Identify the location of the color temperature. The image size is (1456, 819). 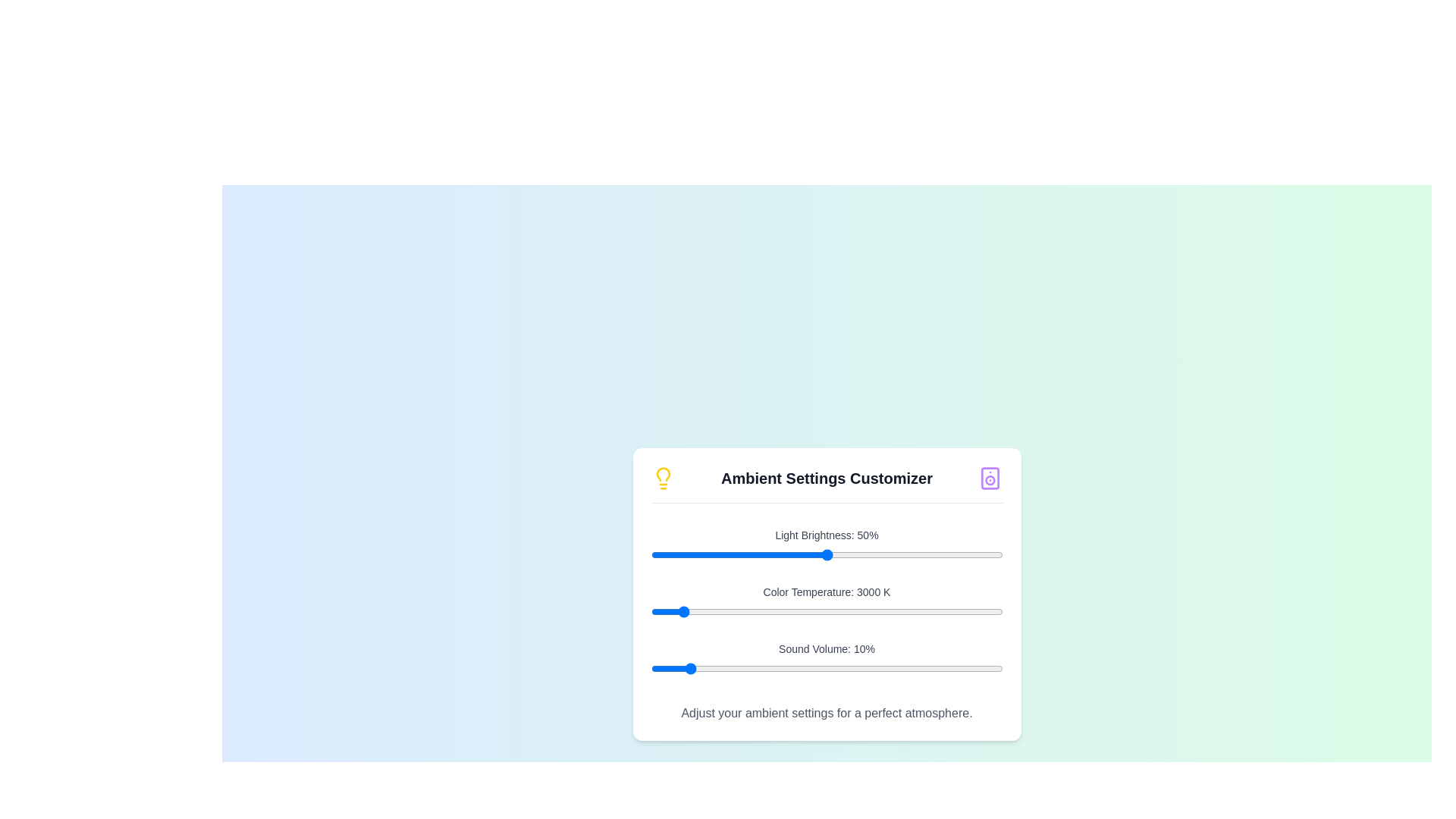
(712, 610).